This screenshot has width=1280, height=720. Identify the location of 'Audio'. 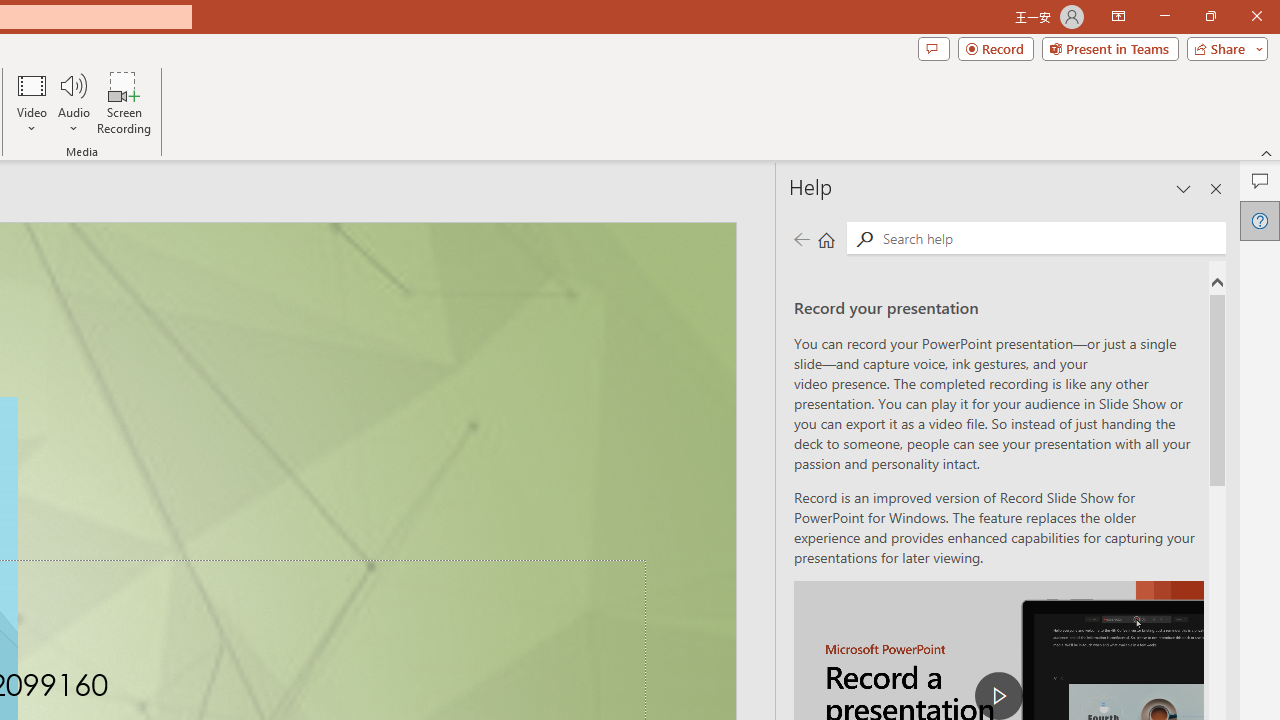
(73, 103).